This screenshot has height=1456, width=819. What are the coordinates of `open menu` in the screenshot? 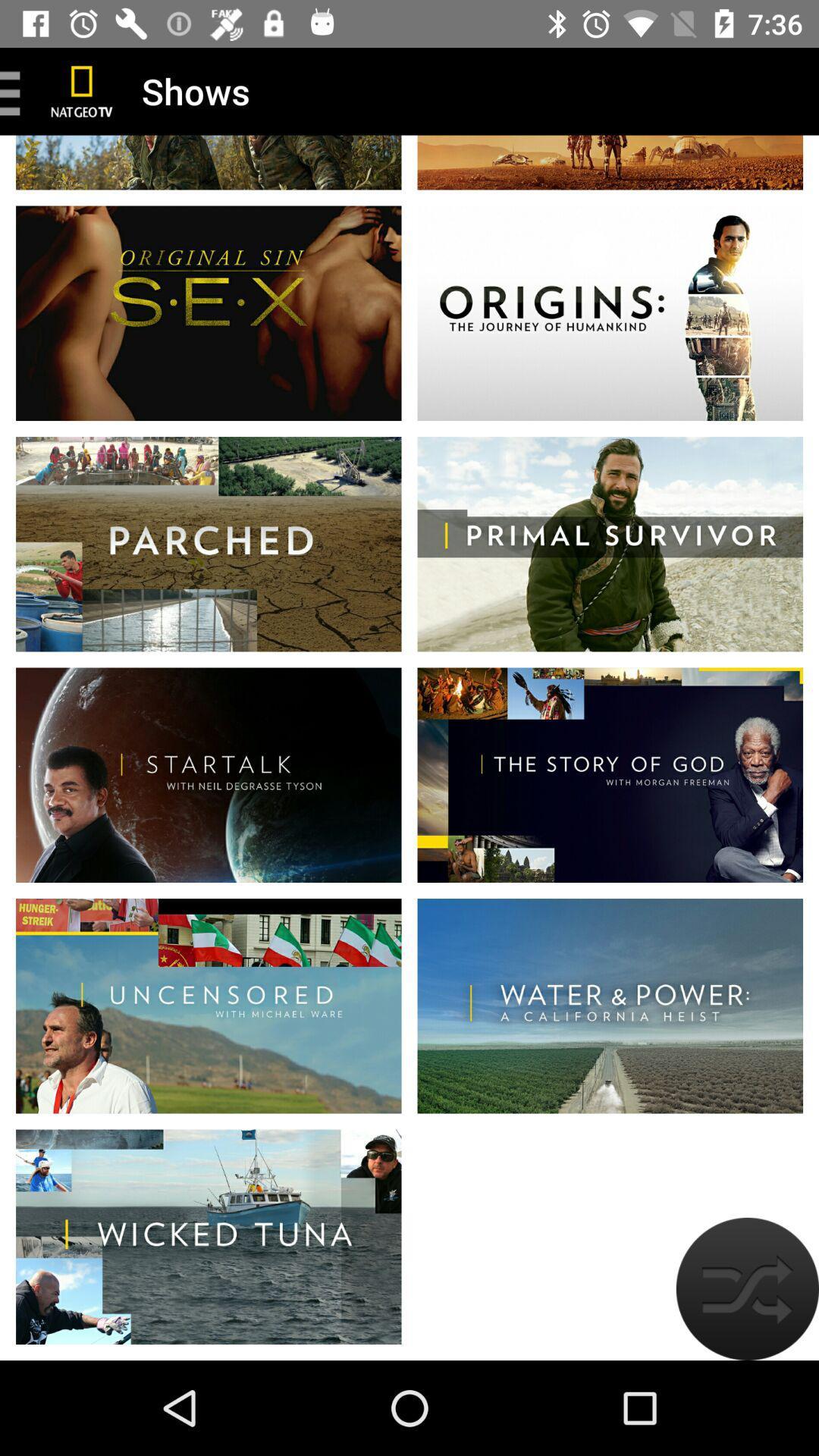 It's located at (15, 90).